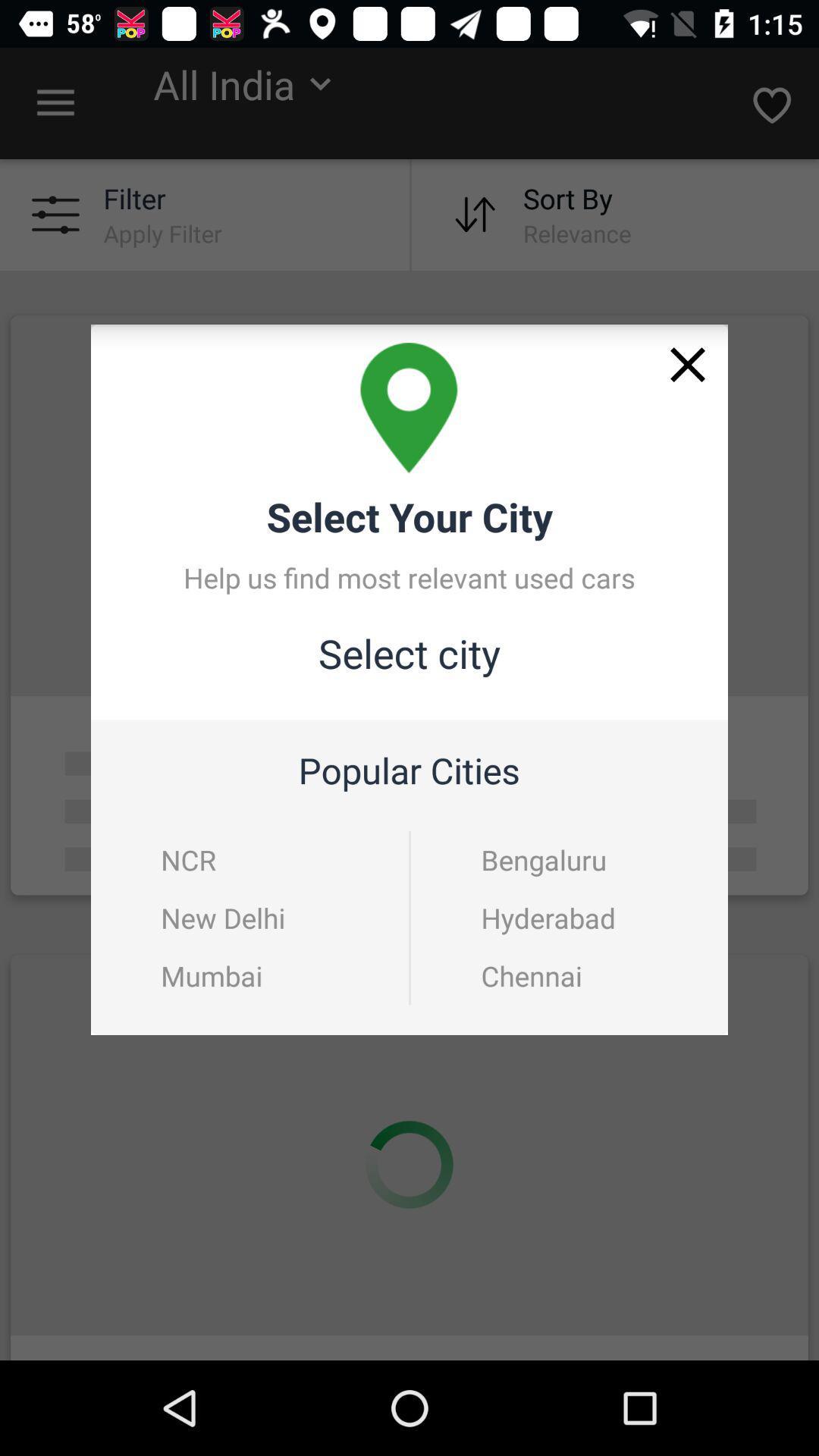  What do you see at coordinates (570, 917) in the screenshot?
I see `the item above the chennai icon` at bounding box center [570, 917].